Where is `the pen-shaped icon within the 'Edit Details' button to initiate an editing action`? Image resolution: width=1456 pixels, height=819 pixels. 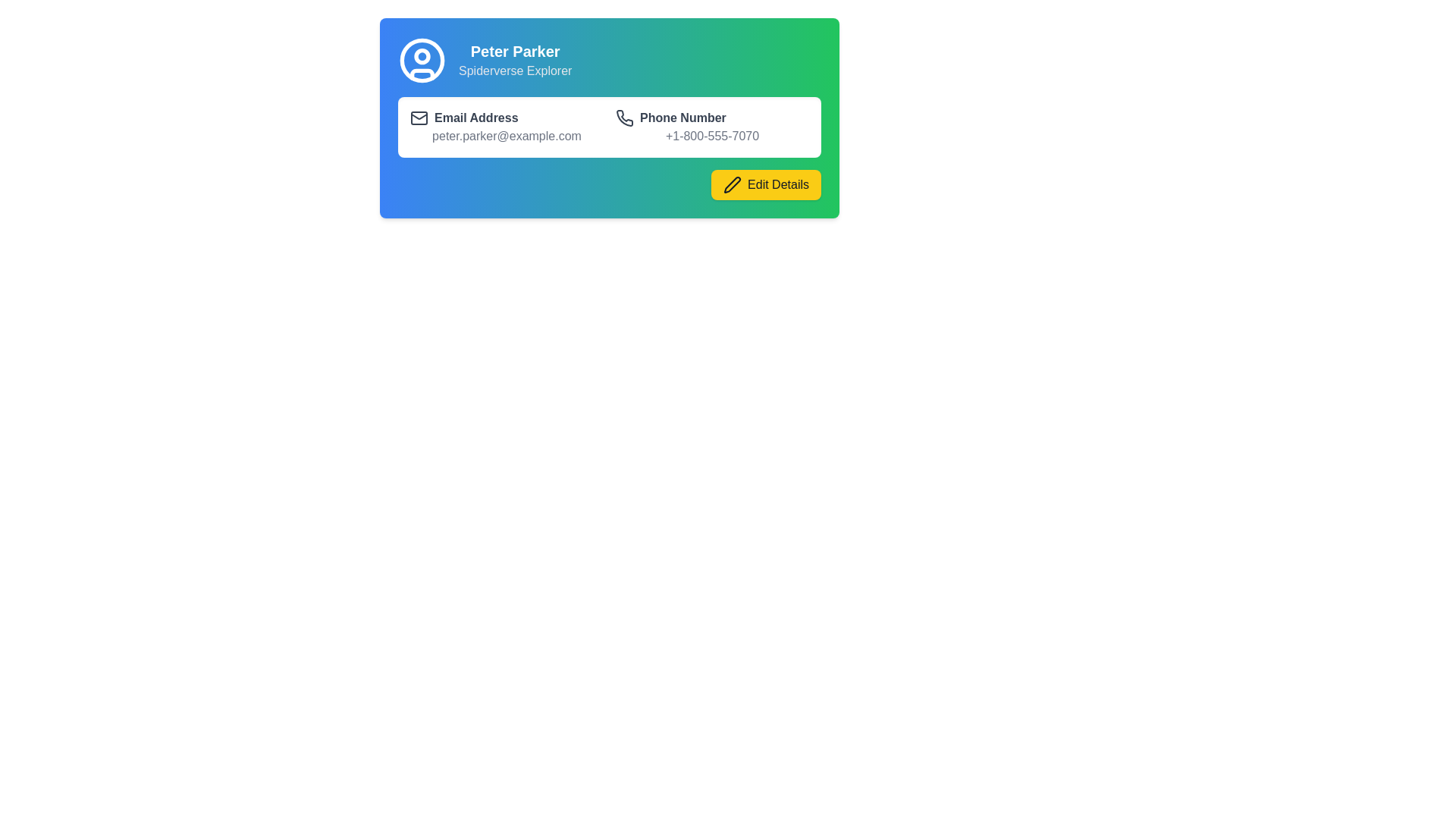
the pen-shaped icon within the 'Edit Details' button to initiate an editing action is located at coordinates (733, 184).